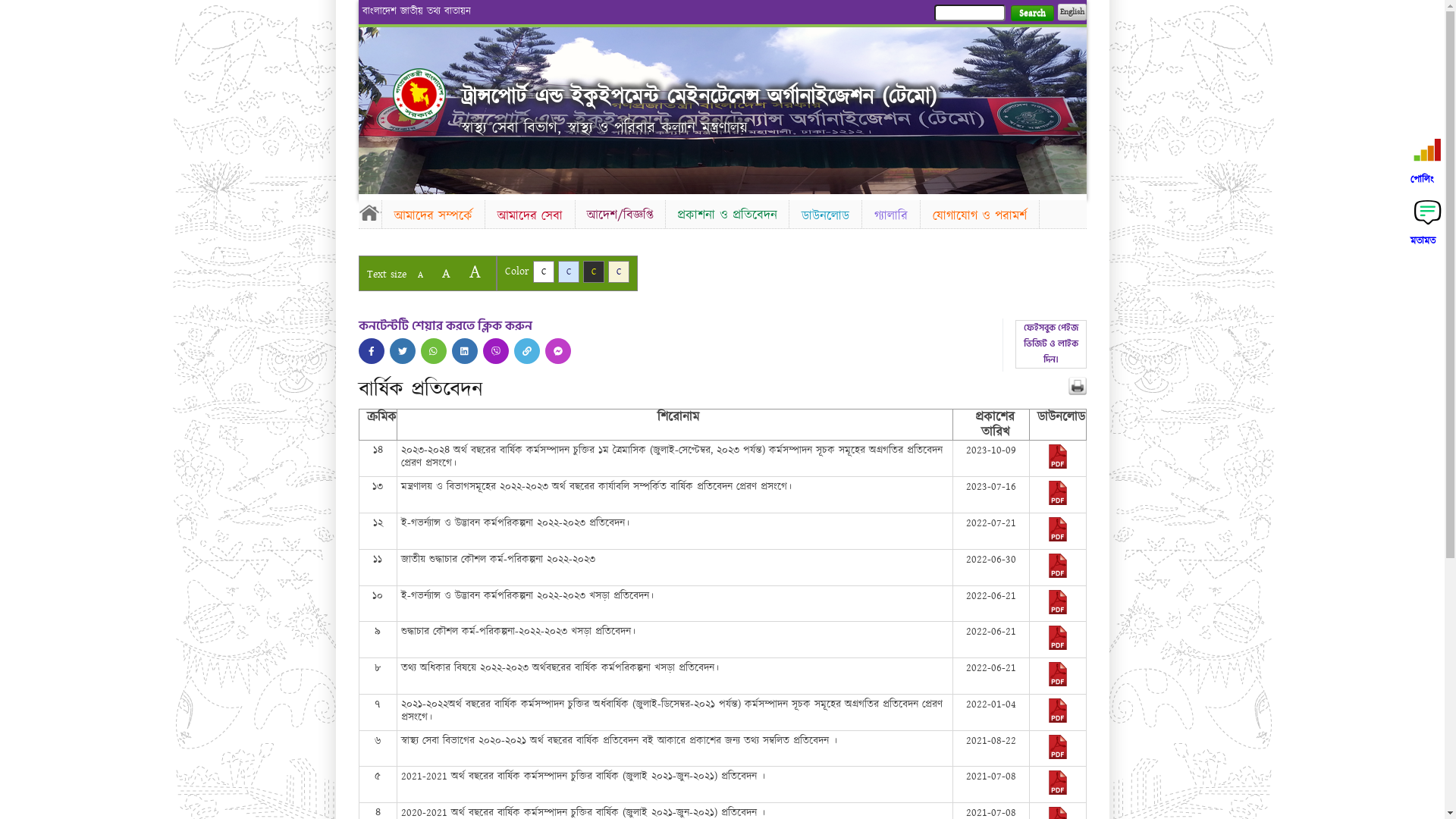 The width and height of the screenshot is (1456, 819). What do you see at coordinates (567, 271) in the screenshot?
I see `'C'` at bounding box center [567, 271].